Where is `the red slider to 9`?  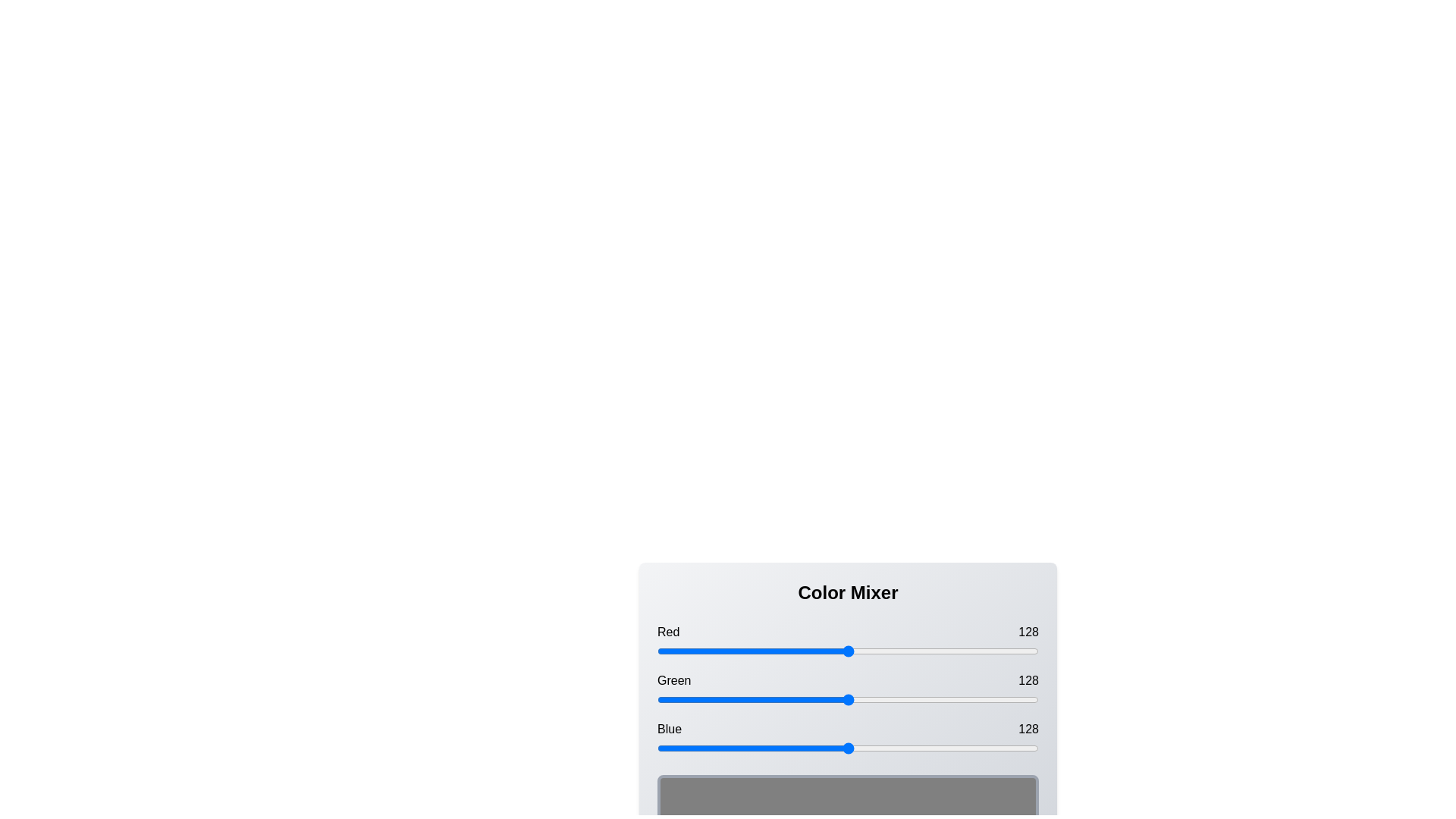 the red slider to 9 is located at coordinates (670, 651).